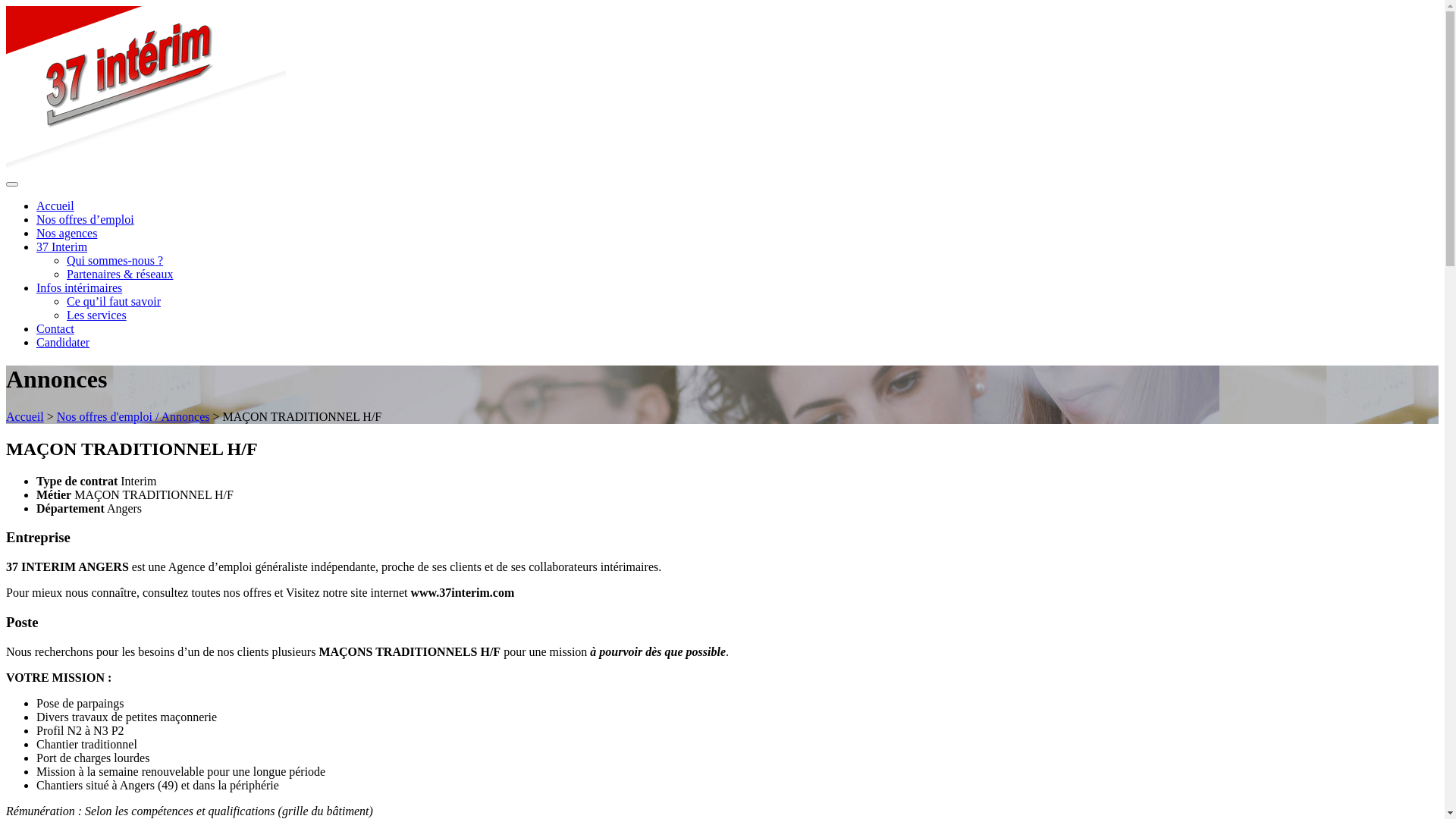 Image resolution: width=1456 pixels, height=819 pixels. I want to click on 'Les services', so click(65, 314).